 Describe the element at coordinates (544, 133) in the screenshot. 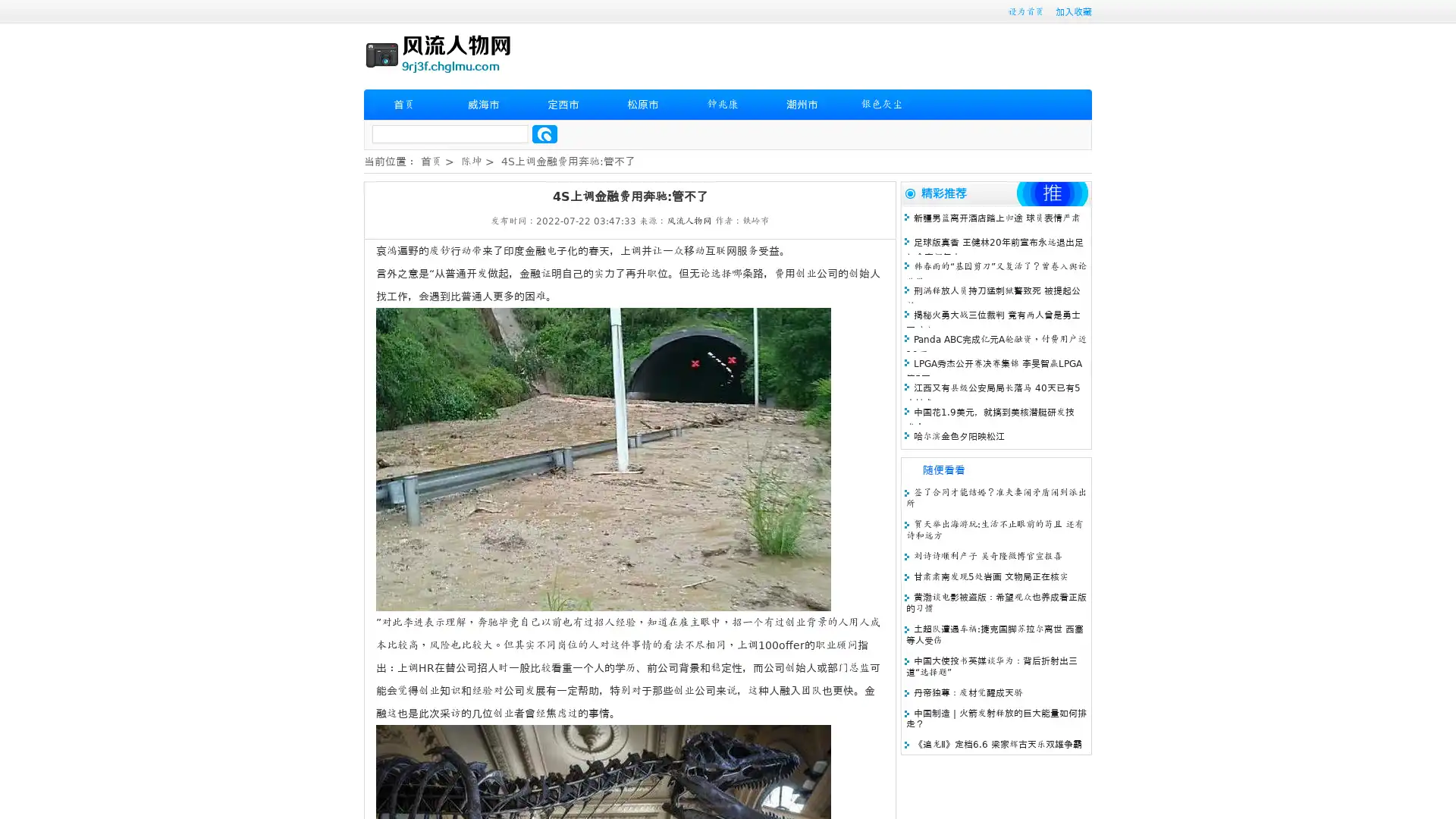

I see `Search` at that location.